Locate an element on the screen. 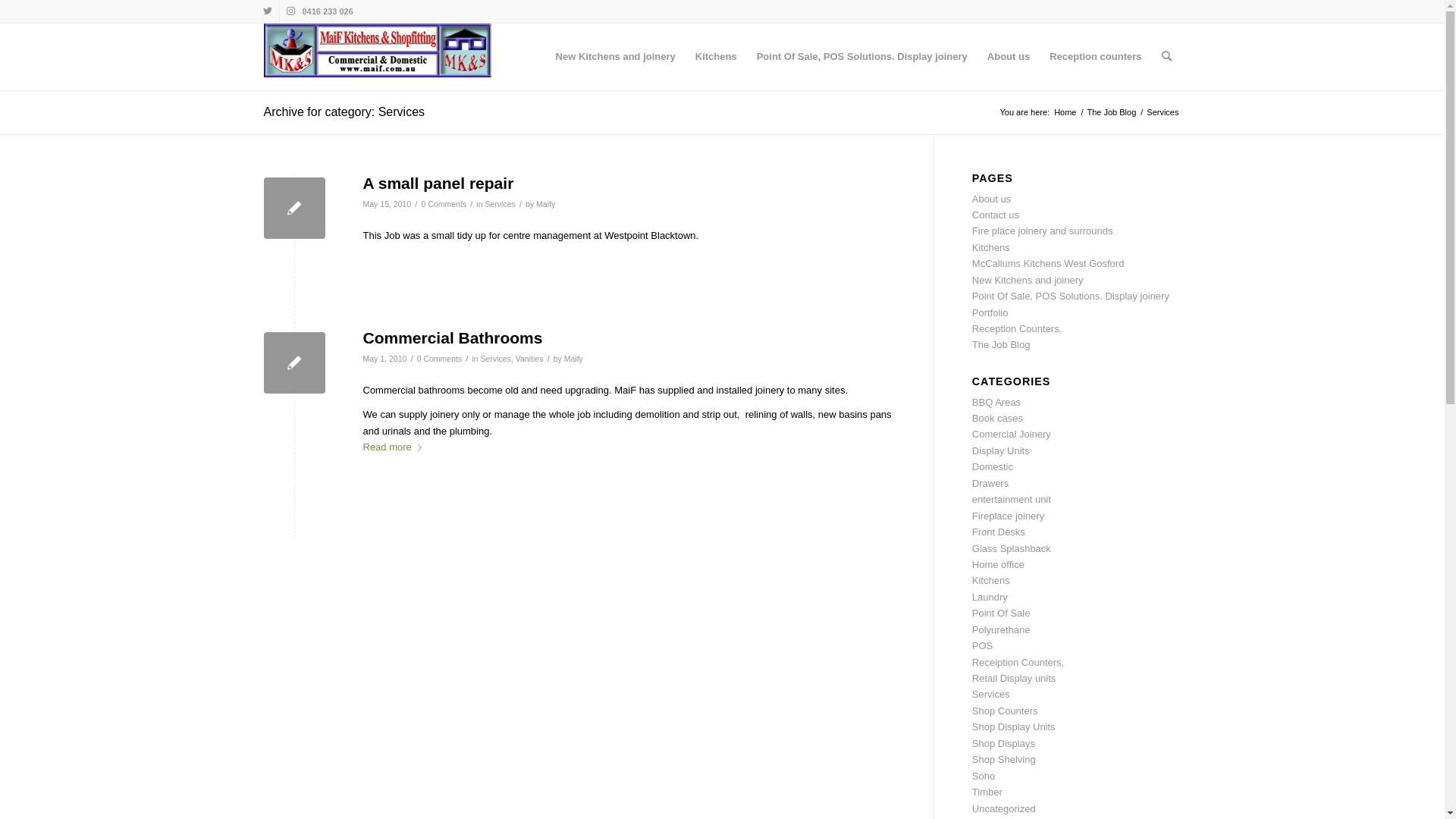 This screenshot has width=1456, height=819. 'Kitchens' is located at coordinates (684, 55).